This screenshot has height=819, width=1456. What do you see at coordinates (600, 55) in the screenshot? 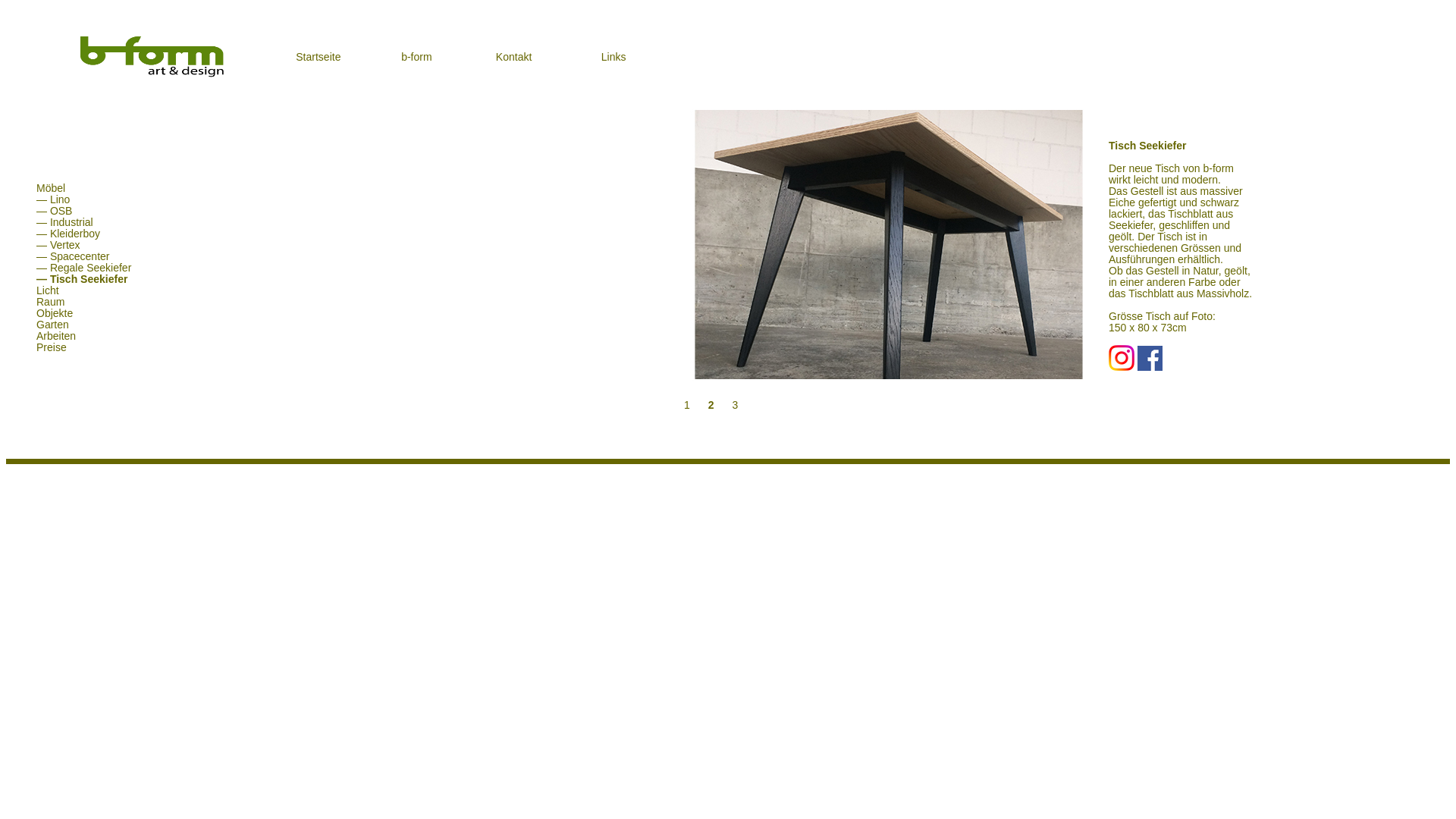
I see `'Links'` at bounding box center [600, 55].